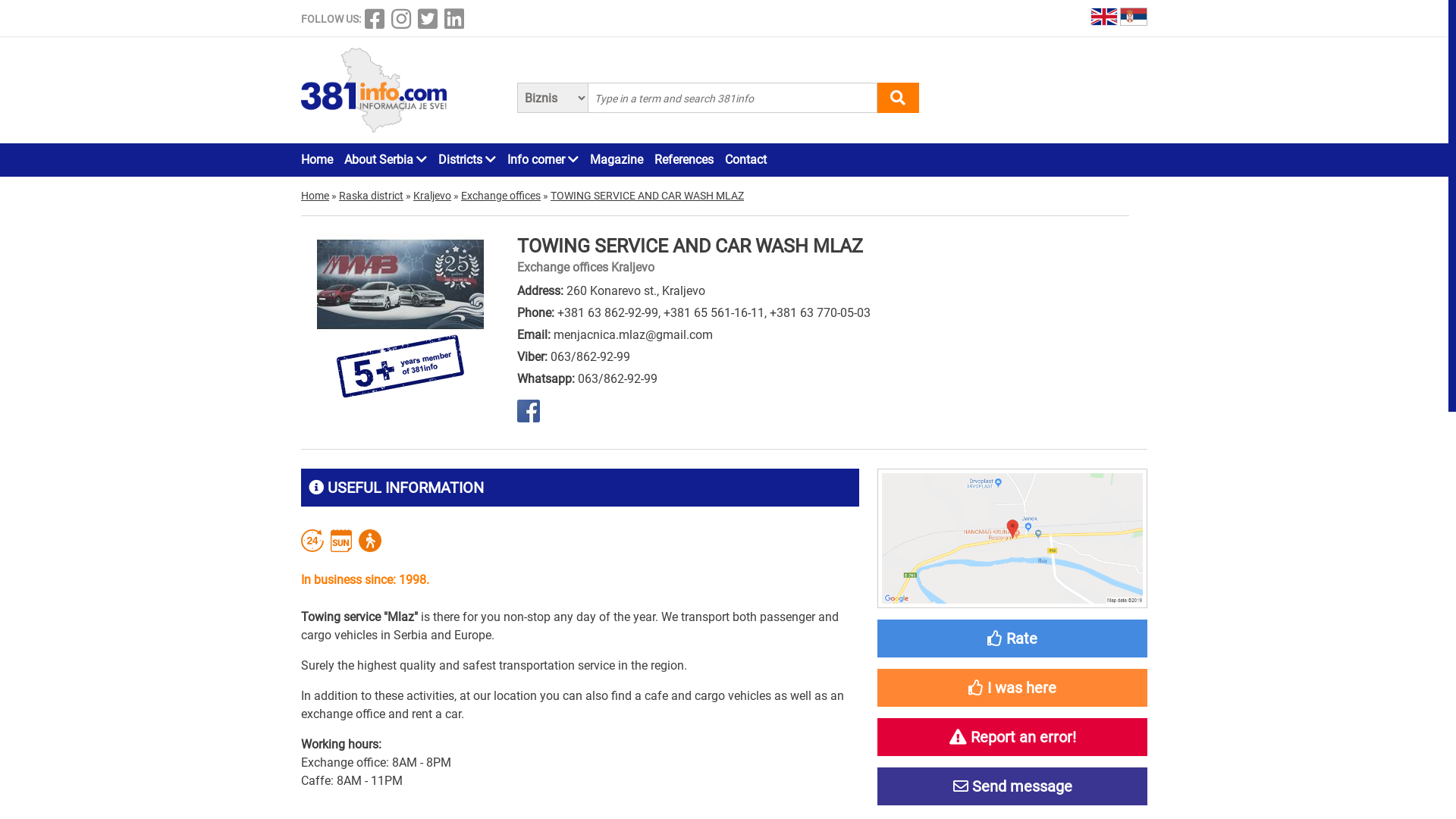  Describe the element at coordinates (431, 195) in the screenshot. I see `'Kraljevo'` at that location.